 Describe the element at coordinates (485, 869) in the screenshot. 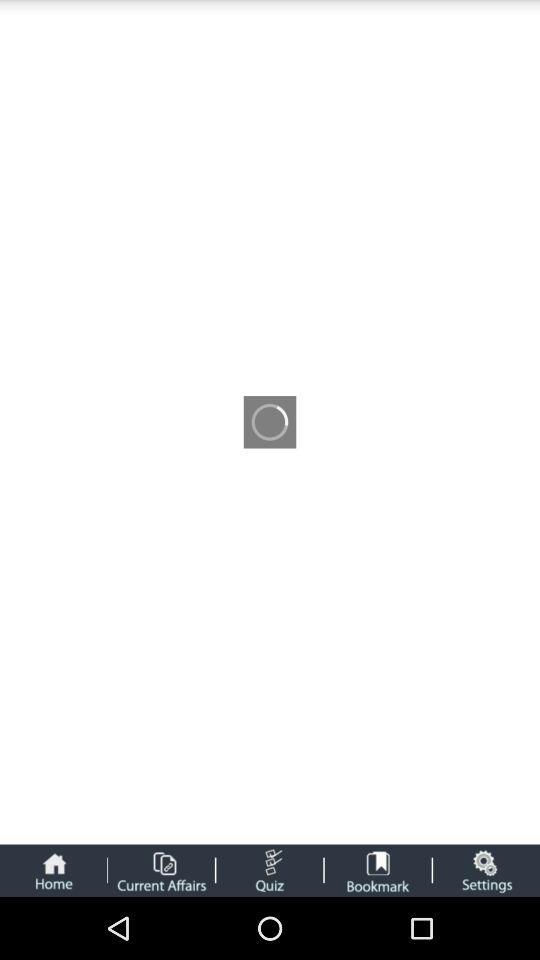

I see `settings button` at that location.